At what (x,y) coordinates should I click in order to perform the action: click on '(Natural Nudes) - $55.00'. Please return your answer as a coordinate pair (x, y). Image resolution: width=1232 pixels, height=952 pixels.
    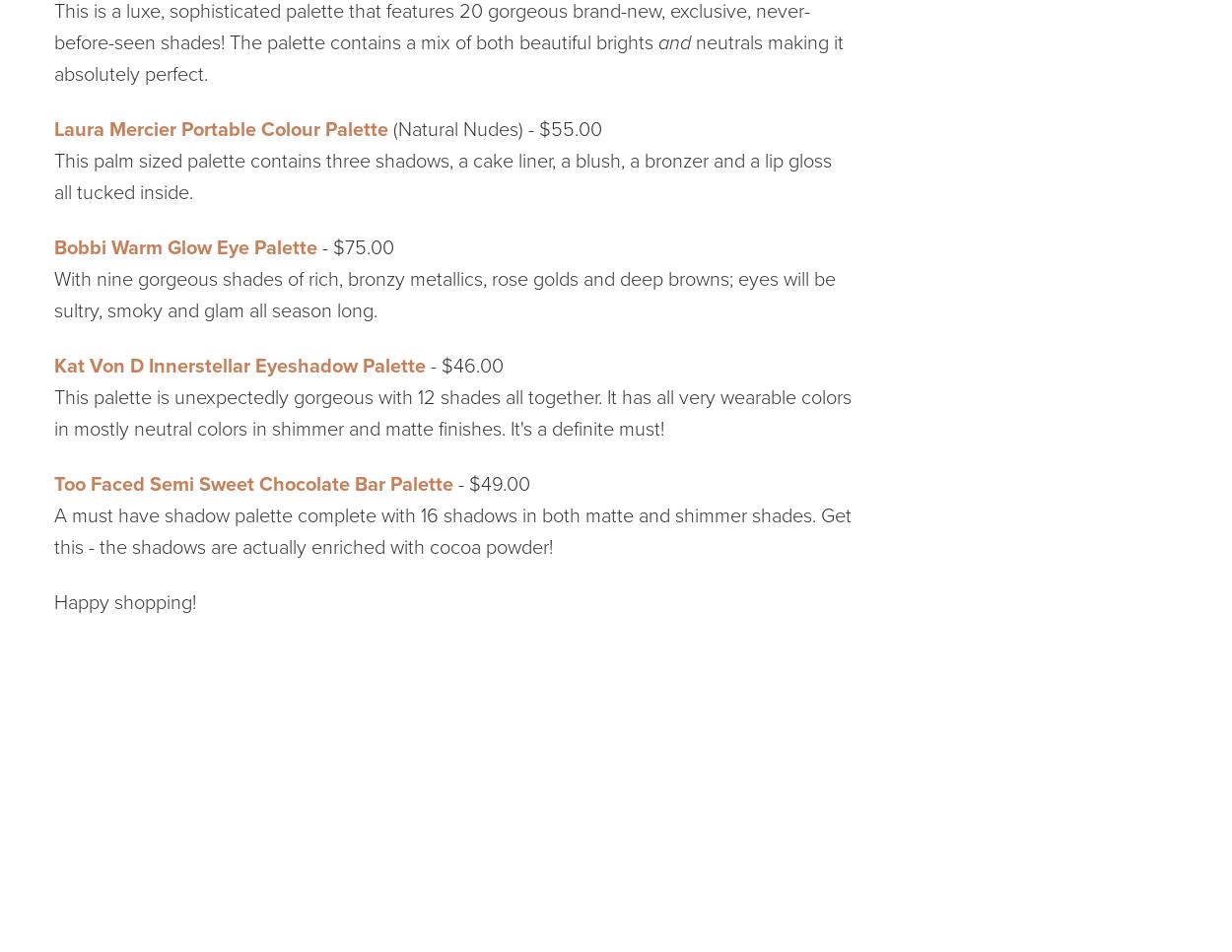
    Looking at the image, I should click on (495, 128).